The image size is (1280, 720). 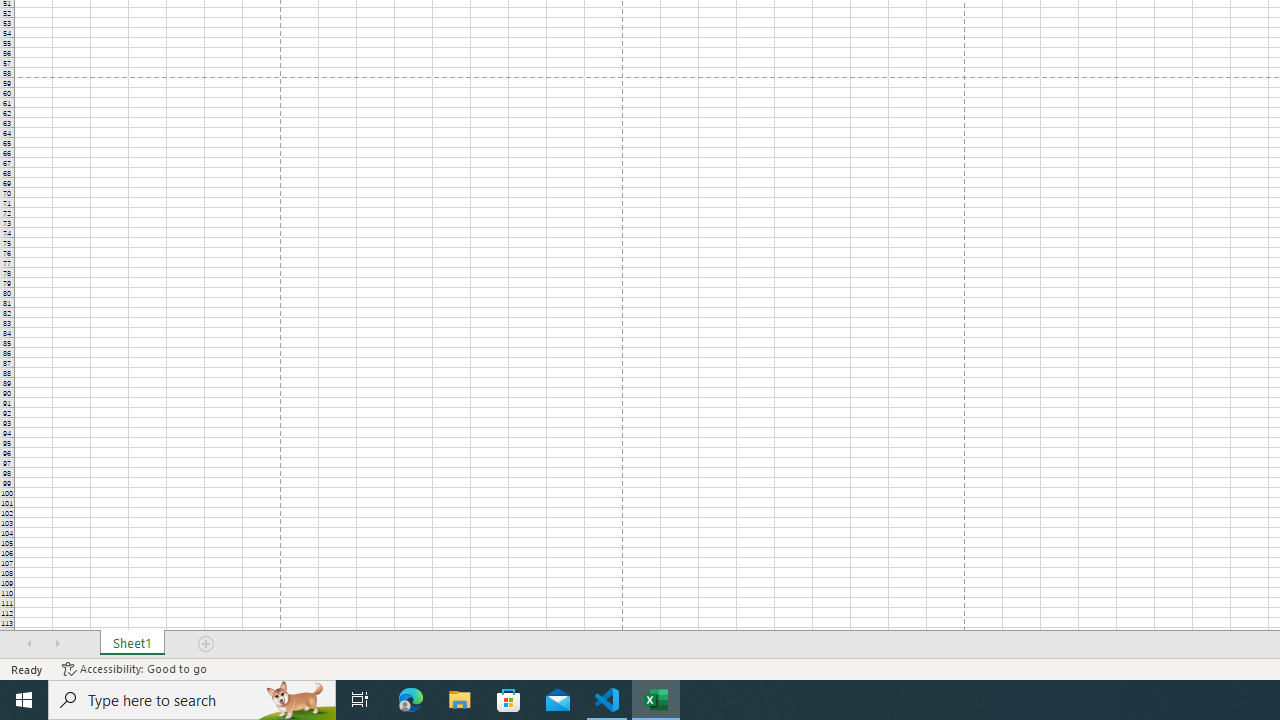 What do you see at coordinates (57, 644) in the screenshot?
I see `'Scroll Right'` at bounding box center [57, 644].